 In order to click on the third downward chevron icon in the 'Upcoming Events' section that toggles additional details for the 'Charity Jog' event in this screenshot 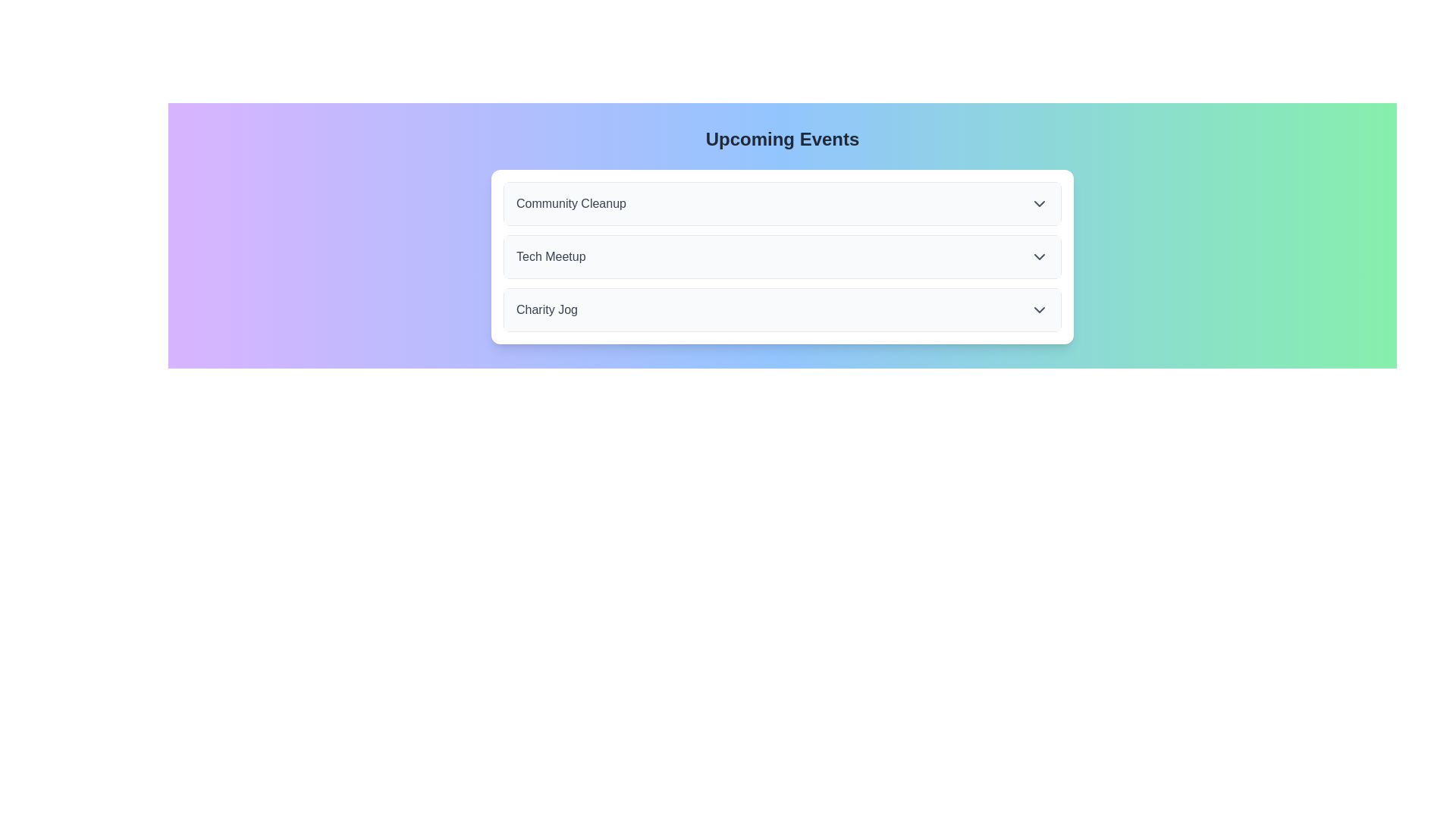, I will do `click(1039, 309)`.